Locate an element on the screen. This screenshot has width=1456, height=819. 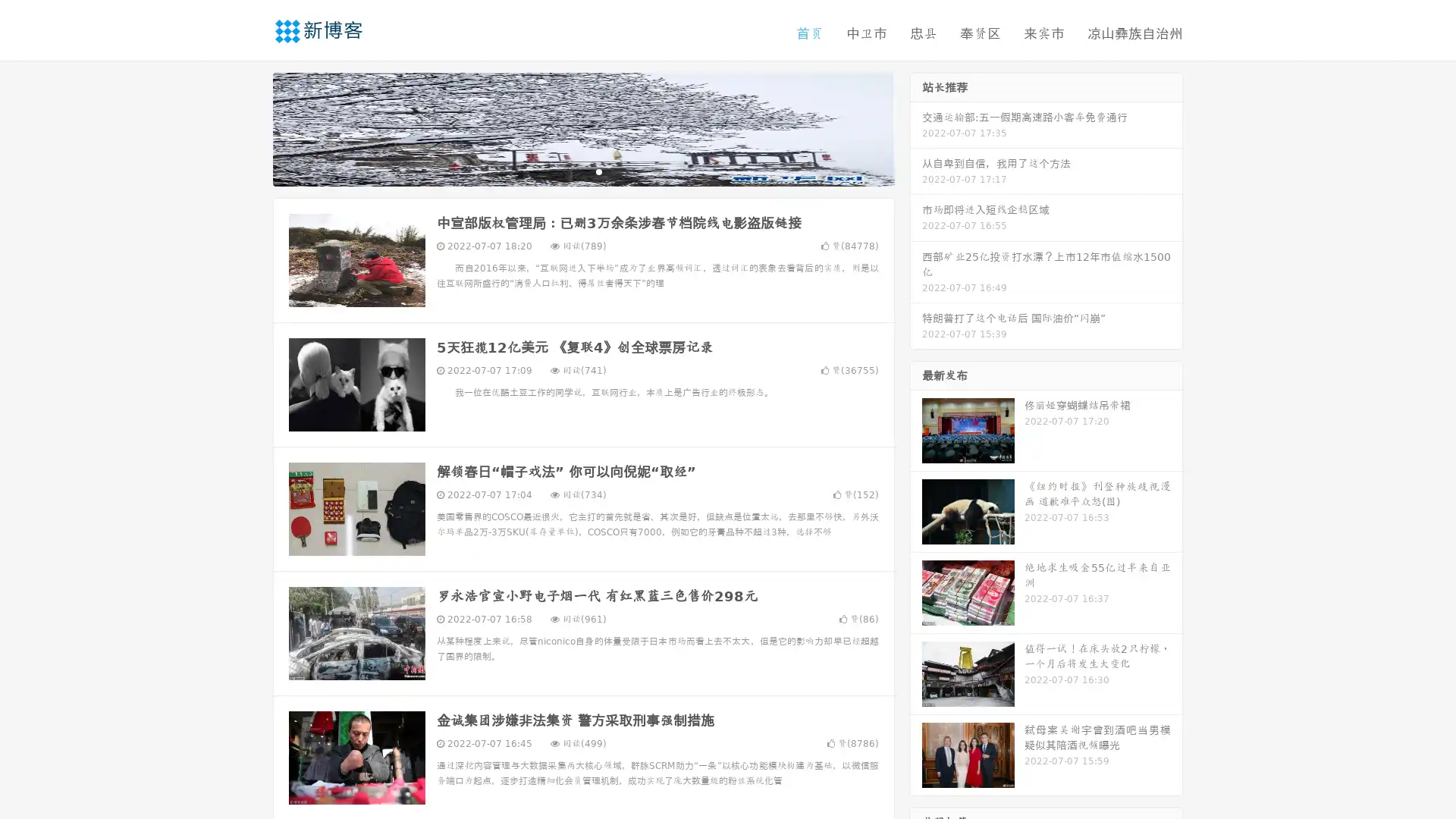
Next slide is located at coordinates (916, 127).